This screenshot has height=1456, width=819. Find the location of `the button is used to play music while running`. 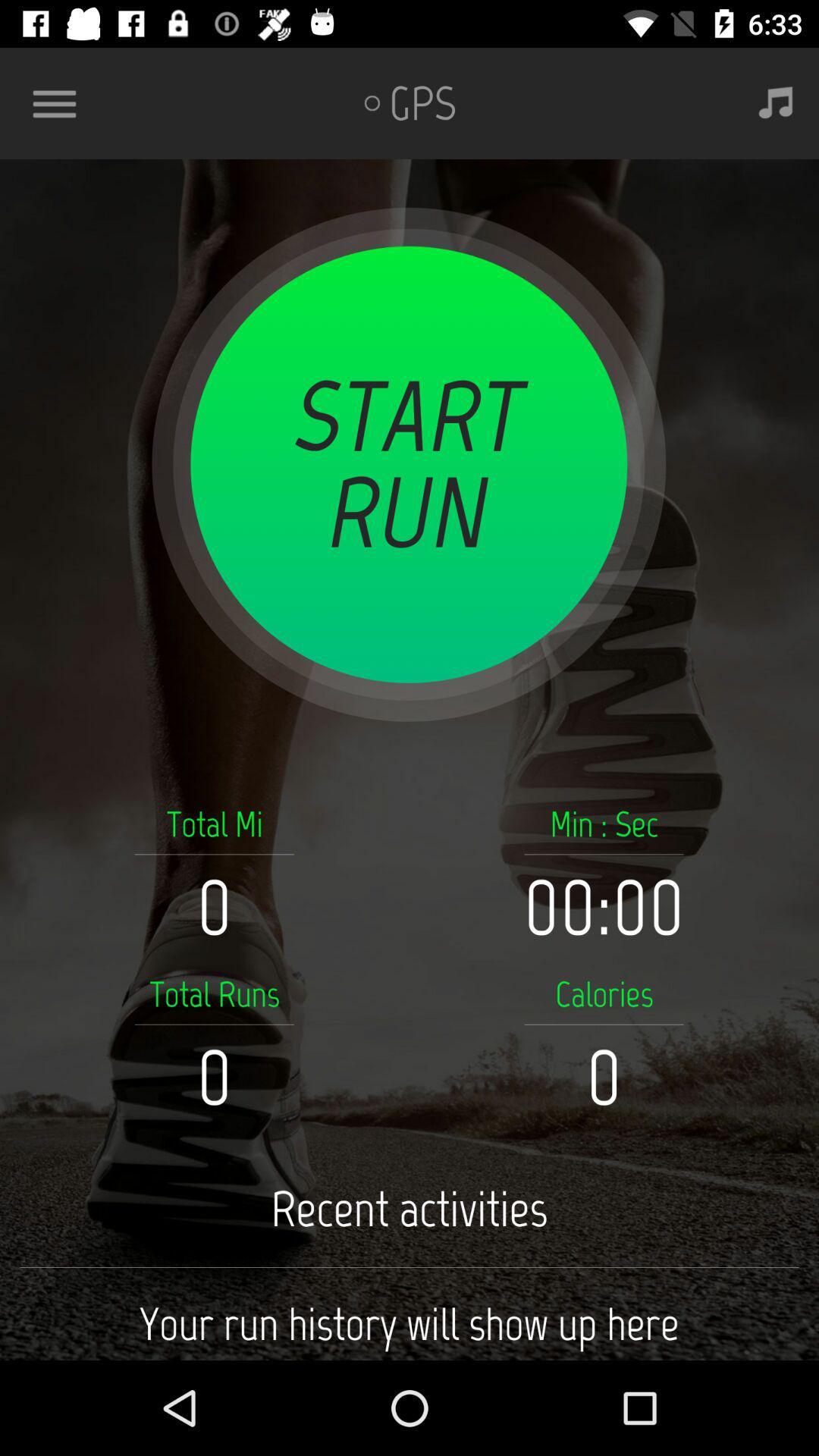

the button is used to play music while running is located at coordinates (776, 102).